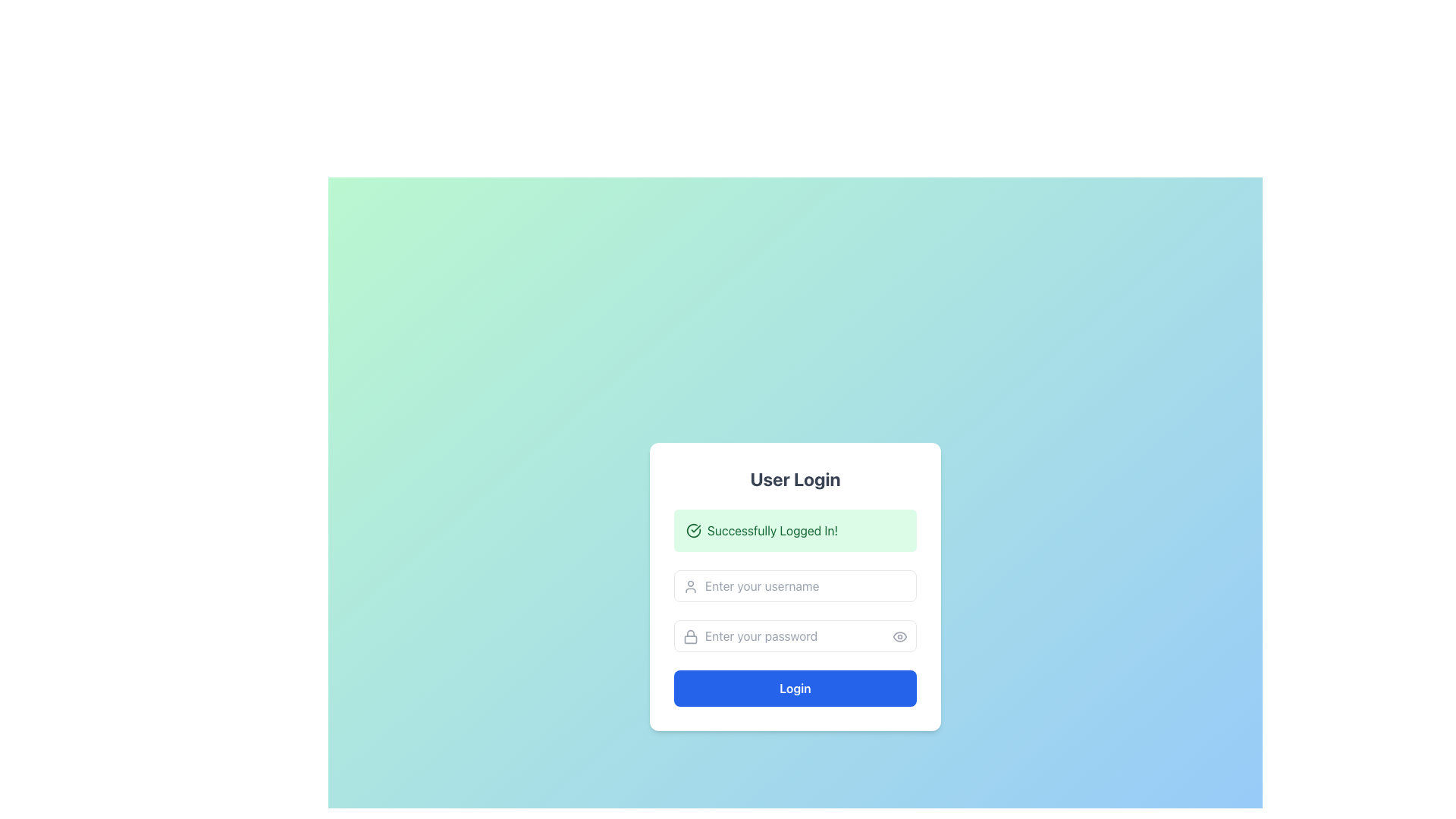  Describe the element at coordinates (795, 585) in the screenshot. I see `the first input field for username entry` at that location.